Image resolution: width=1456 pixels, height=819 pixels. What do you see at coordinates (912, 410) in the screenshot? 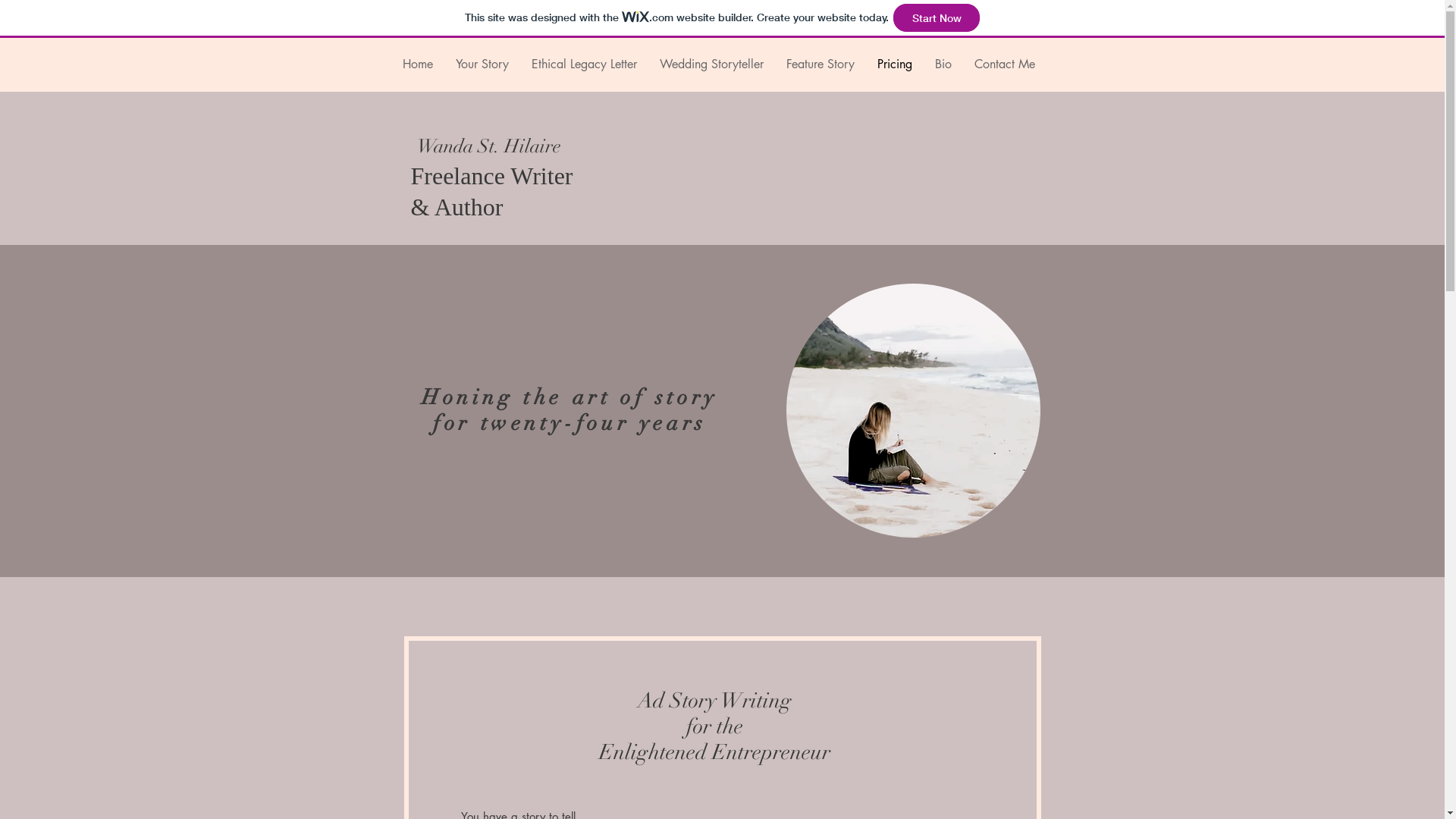
I see `'Working at the Beach'` at bounding box center [912, 410].